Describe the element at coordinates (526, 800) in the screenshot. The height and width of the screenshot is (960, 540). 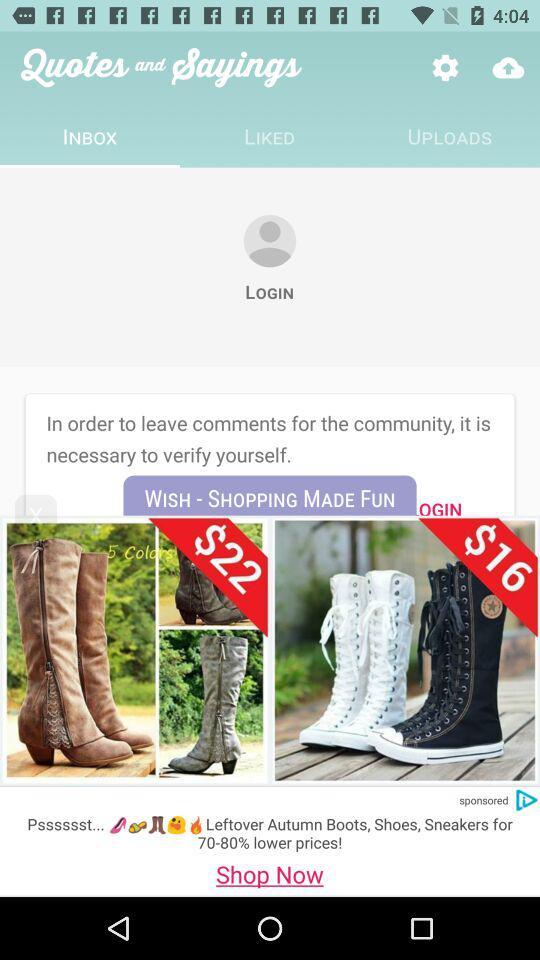
I see `the play icon` at that location.